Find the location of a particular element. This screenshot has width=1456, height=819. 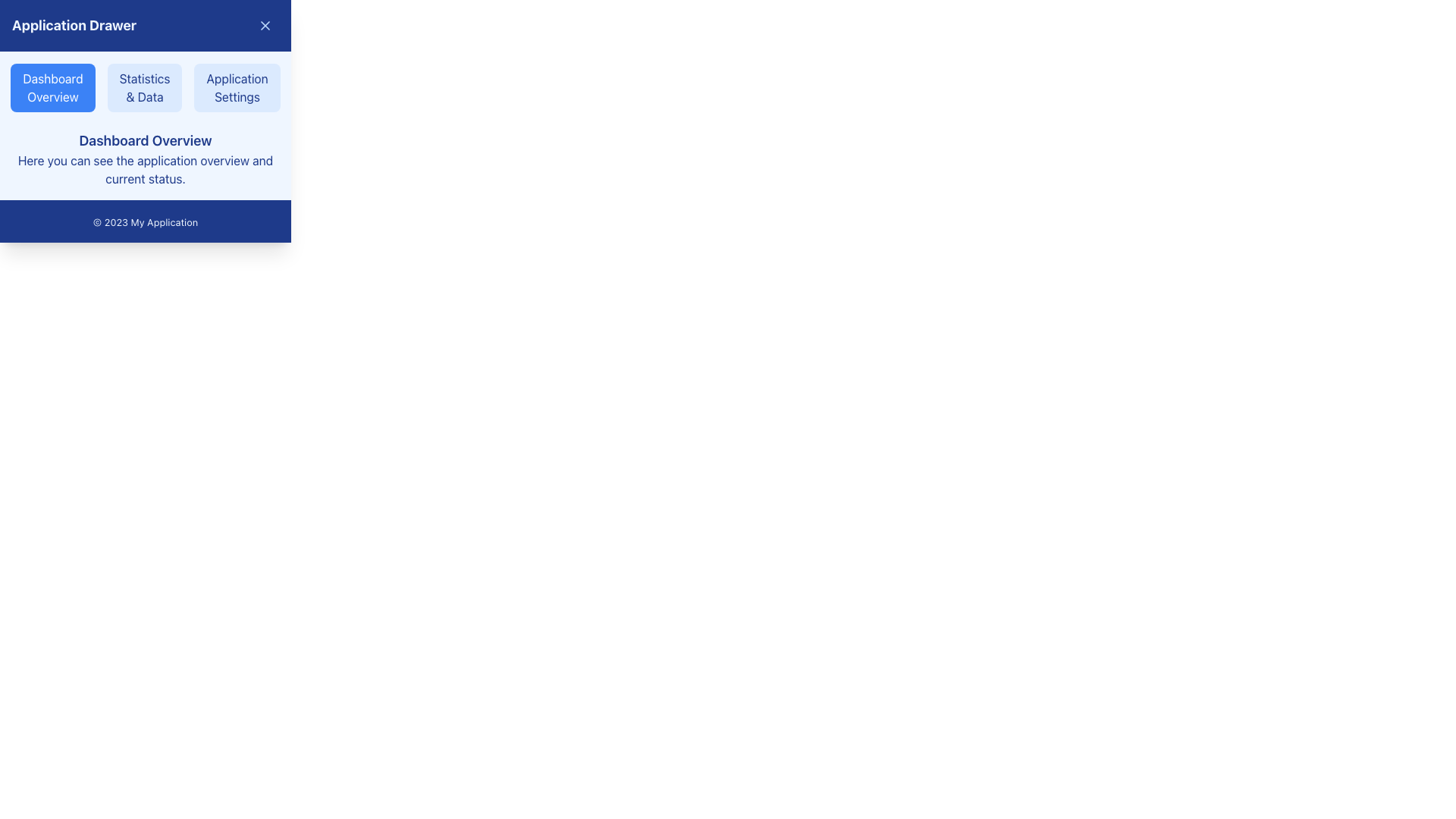

the header text label indicating the current section of the Application Drawer, which is positioned above the descriptive text beginning with 'Here you can see...' is located at coordinates (146, 140).